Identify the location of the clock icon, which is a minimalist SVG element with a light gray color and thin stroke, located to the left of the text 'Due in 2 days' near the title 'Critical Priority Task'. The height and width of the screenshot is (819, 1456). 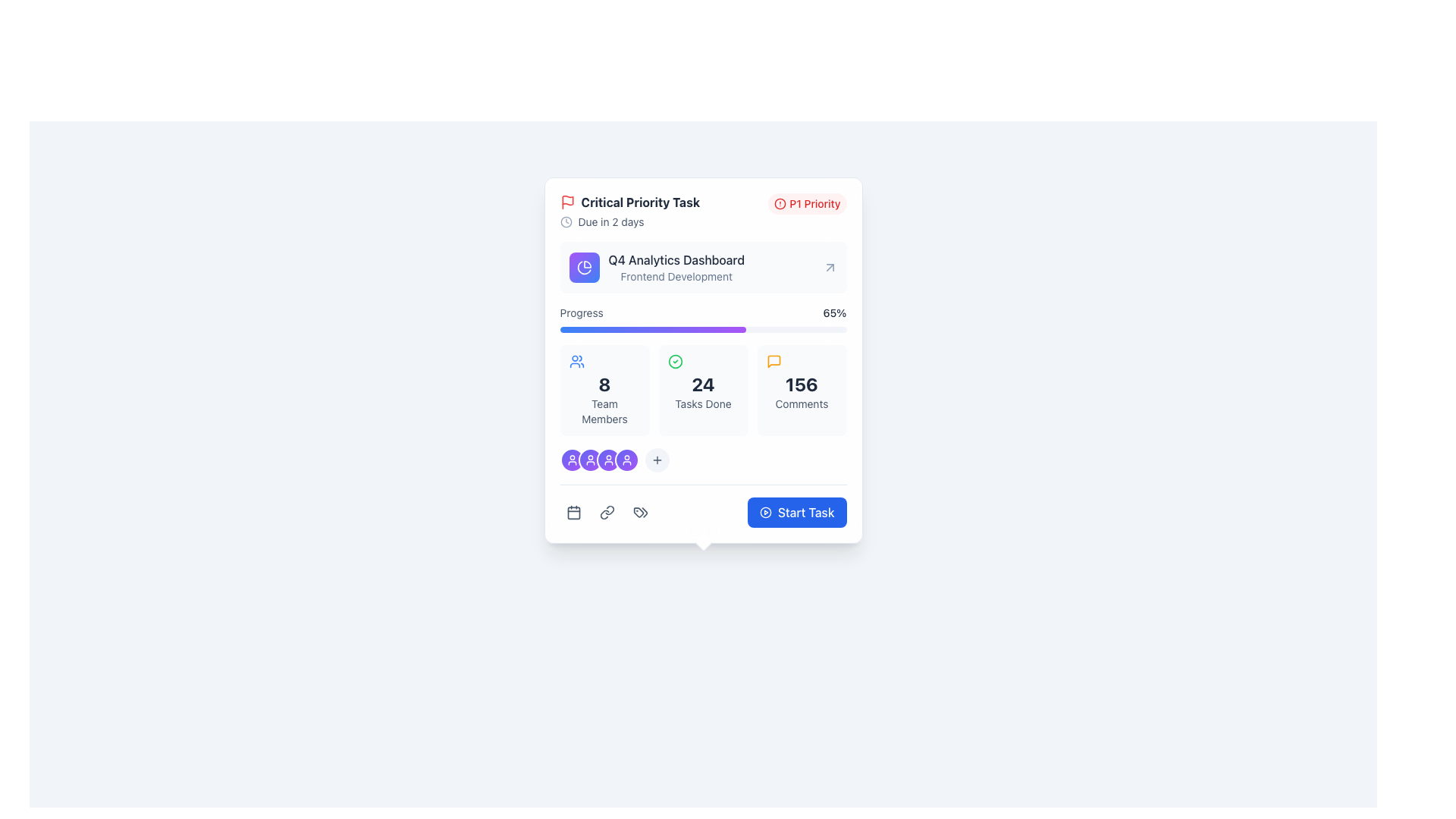
(565, 222).